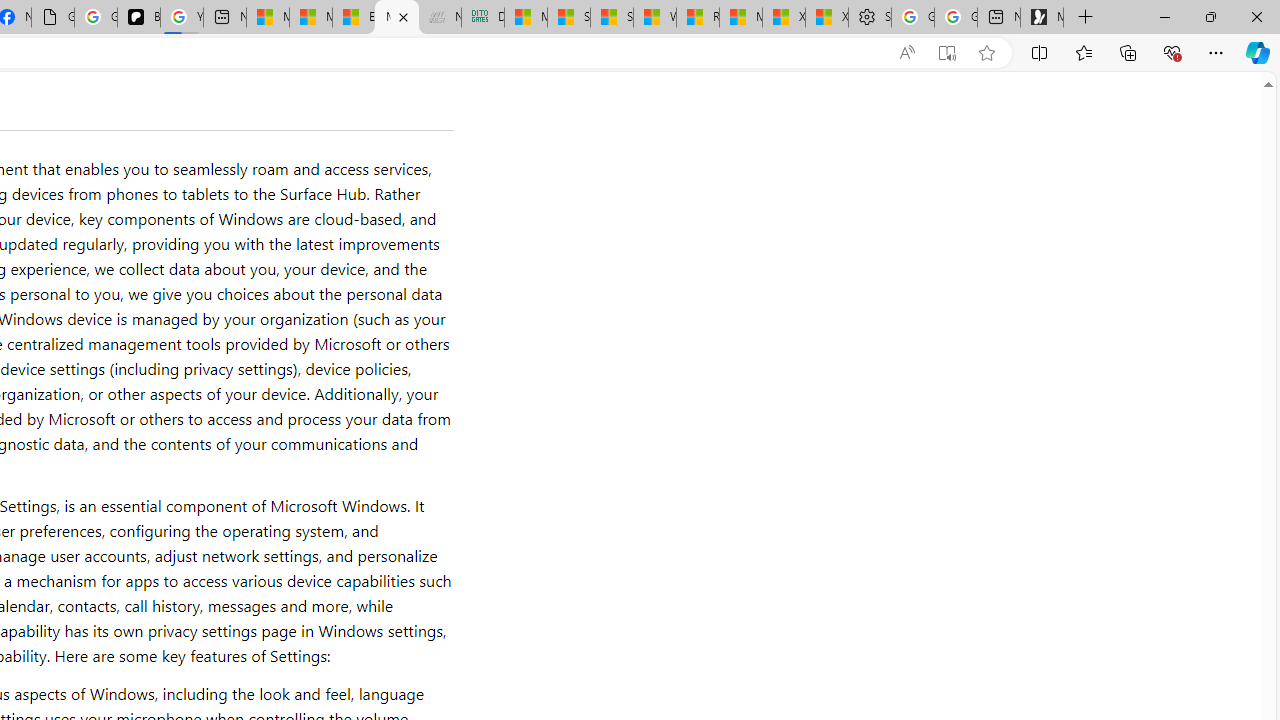  Describe the element at coordinates (53, 17) in the screenshot. I see `'Google Analytics Opt-out Browser Add-on Download Page'` at that location.